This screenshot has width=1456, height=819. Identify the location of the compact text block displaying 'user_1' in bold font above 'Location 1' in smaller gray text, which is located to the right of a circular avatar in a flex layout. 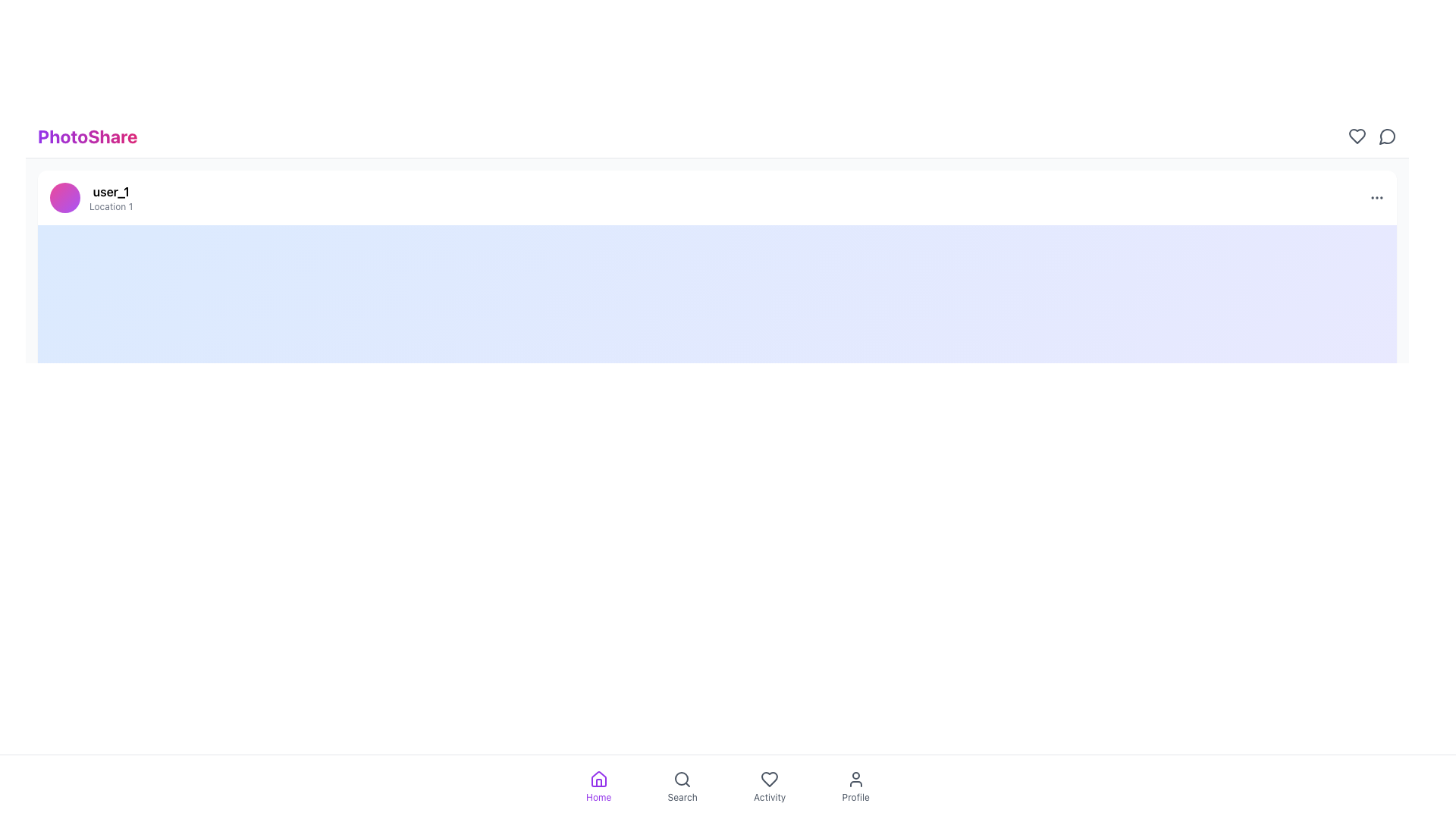
(110, 197).